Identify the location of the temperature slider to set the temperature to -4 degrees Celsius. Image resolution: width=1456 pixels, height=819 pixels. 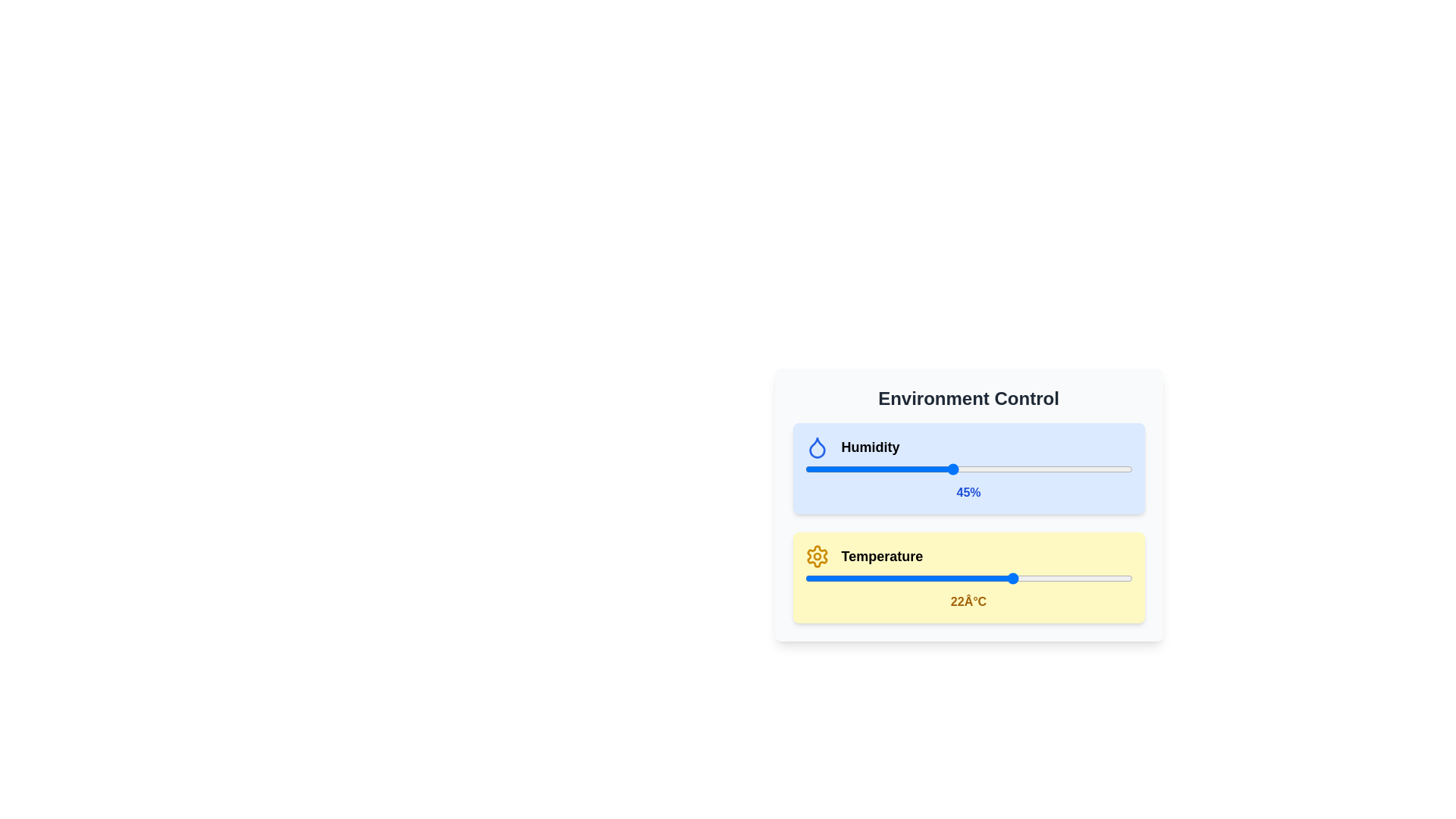
(843, 579).